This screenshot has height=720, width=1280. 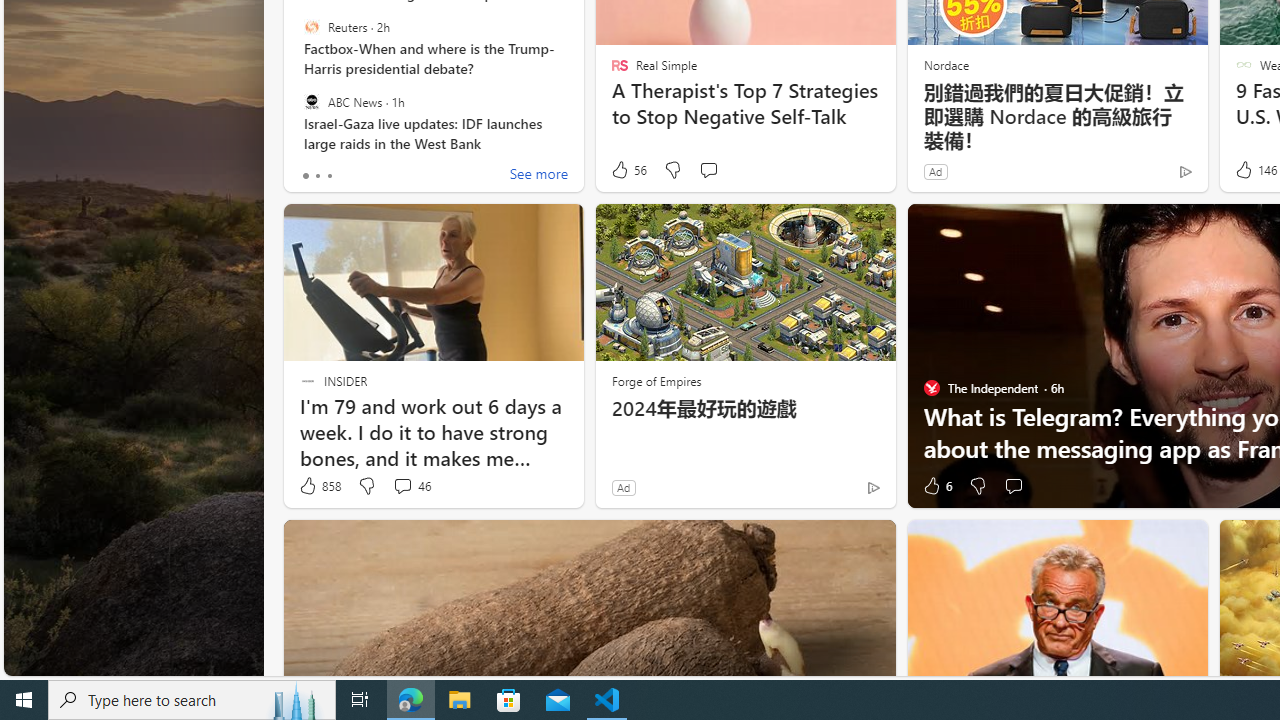 What do you see at coordinates (304, 175) in the screenshot?
I see `'tab-0'` at bounding box center [304, 175].